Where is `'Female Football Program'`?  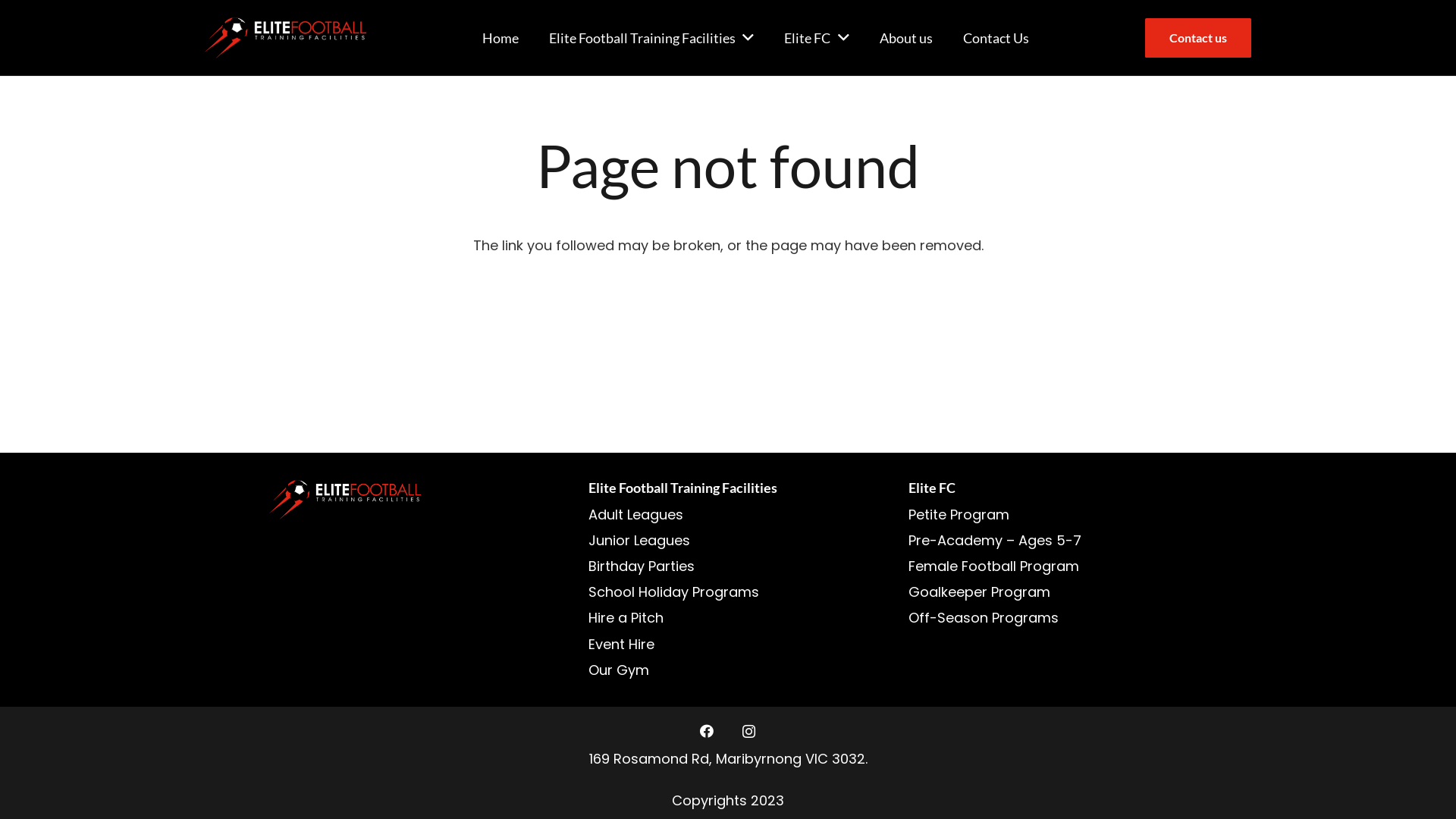 'Female Football Program' is located at coordinates (993, 566).